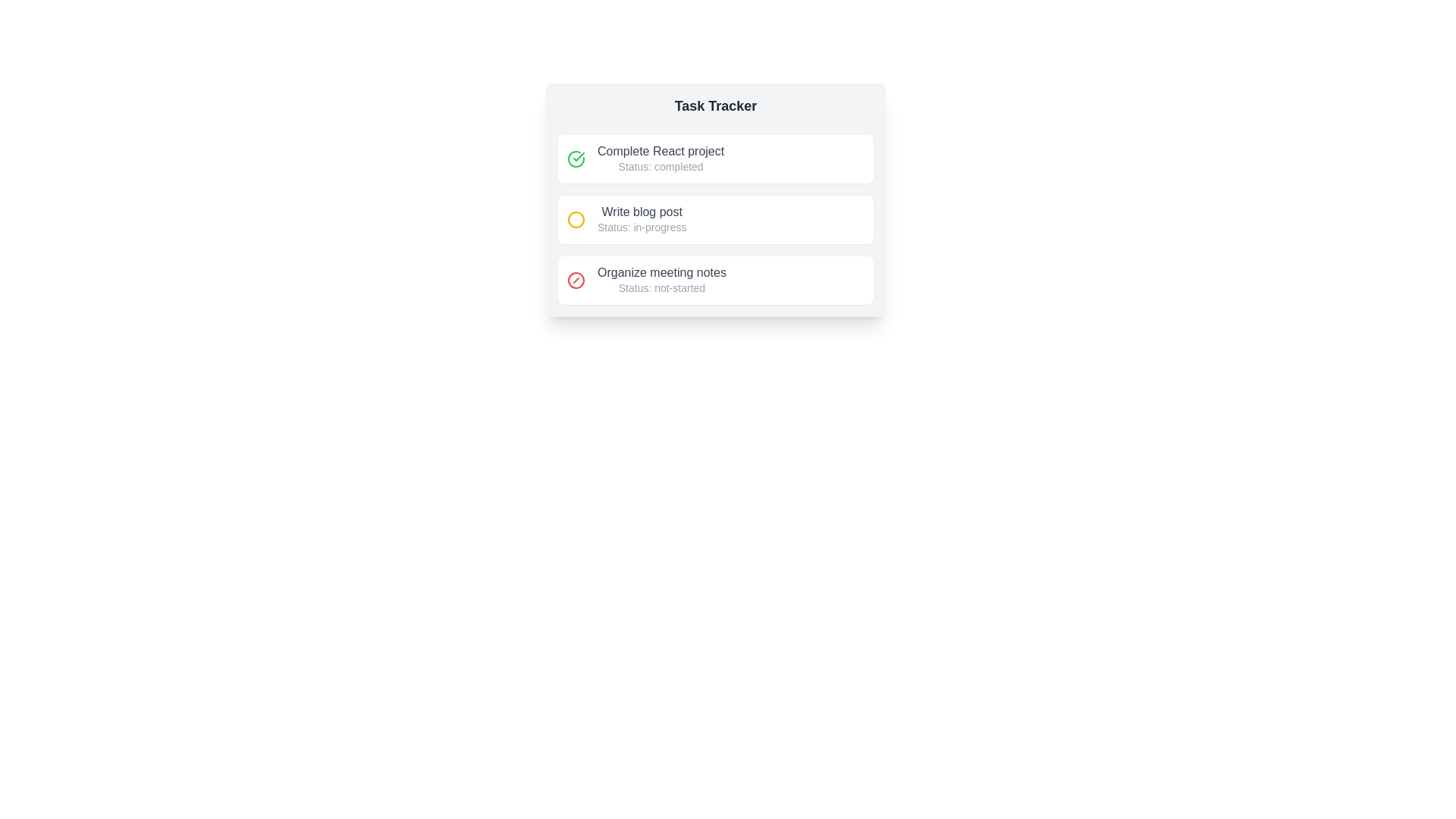 This screenshot has height=819, width=1456. What do you see at coordinates (575, 281) in the screenshot?
I see `the circular icon with a red border and diagonal slash, which indicates a 'not-started' status, located in the bottom card of the task list next to 'Organize meeting notes' and 'Status: not-started'` at bounding box center [575, 281].